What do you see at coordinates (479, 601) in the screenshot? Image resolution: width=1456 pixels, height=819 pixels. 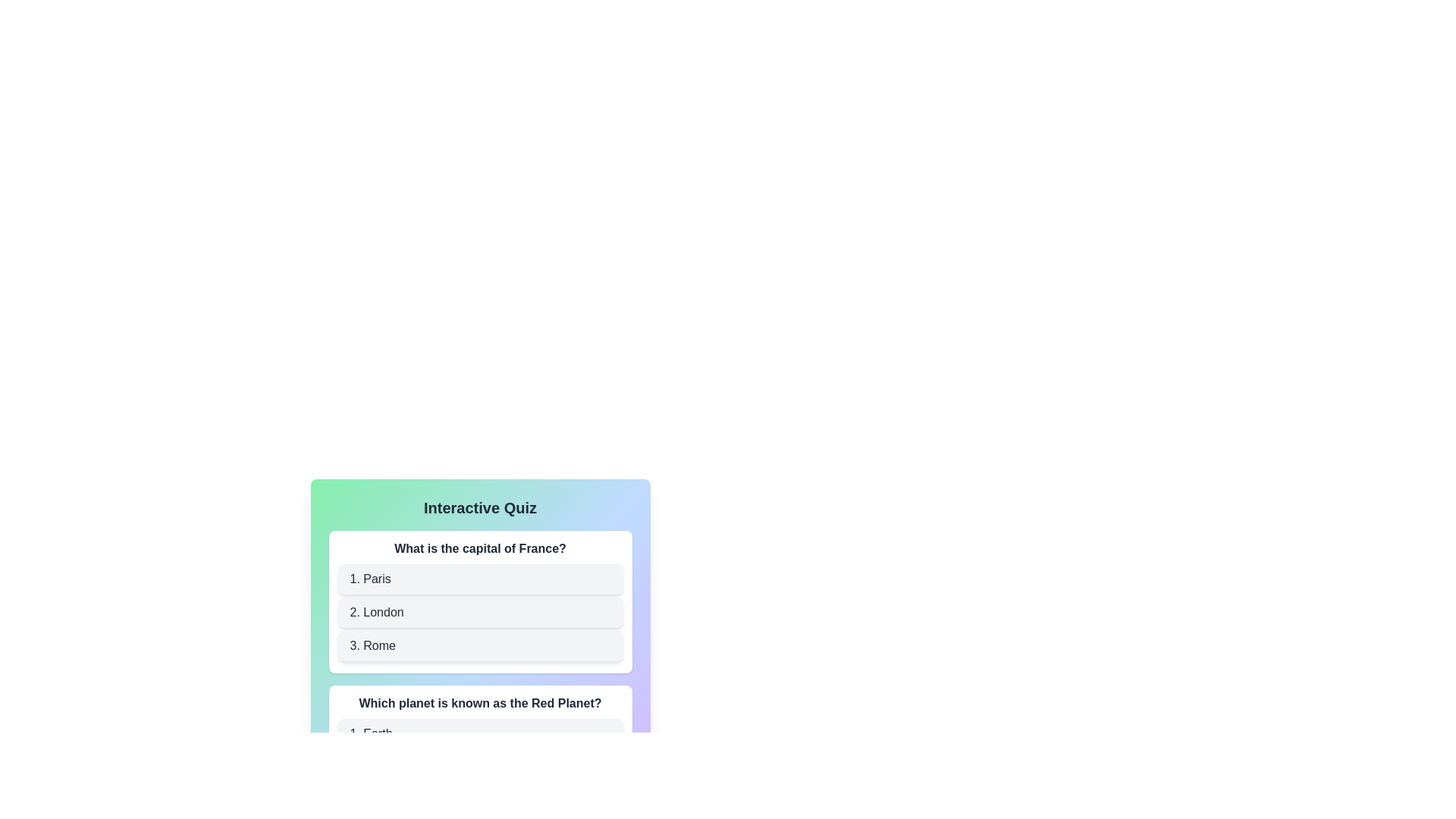 I see `one of the options in the Interactive question card located below the title 'Interactive Quiz'` at bounding box center [479, 601].